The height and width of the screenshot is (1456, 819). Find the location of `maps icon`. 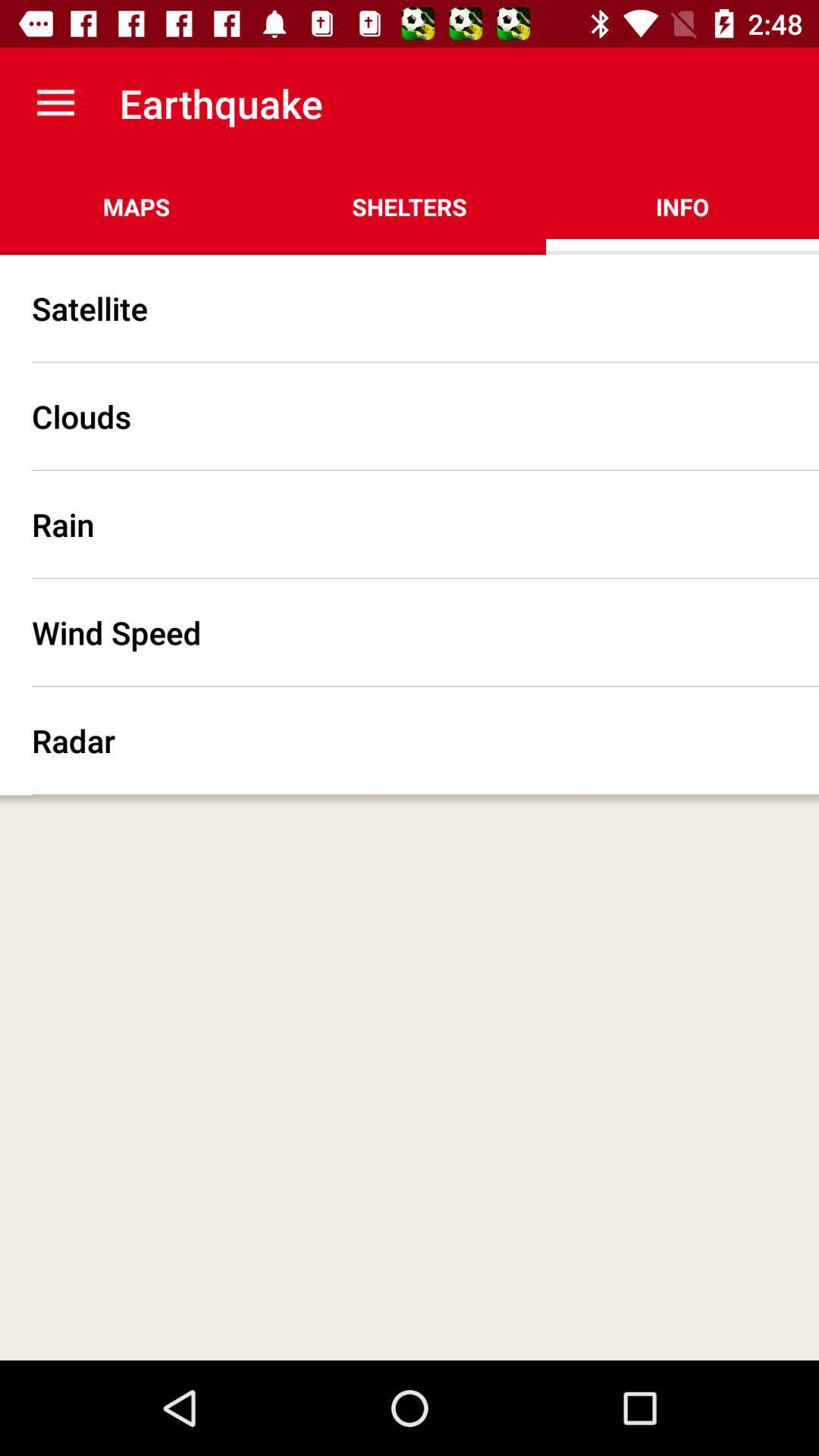

maps icon is located at coordinates (136, 206).